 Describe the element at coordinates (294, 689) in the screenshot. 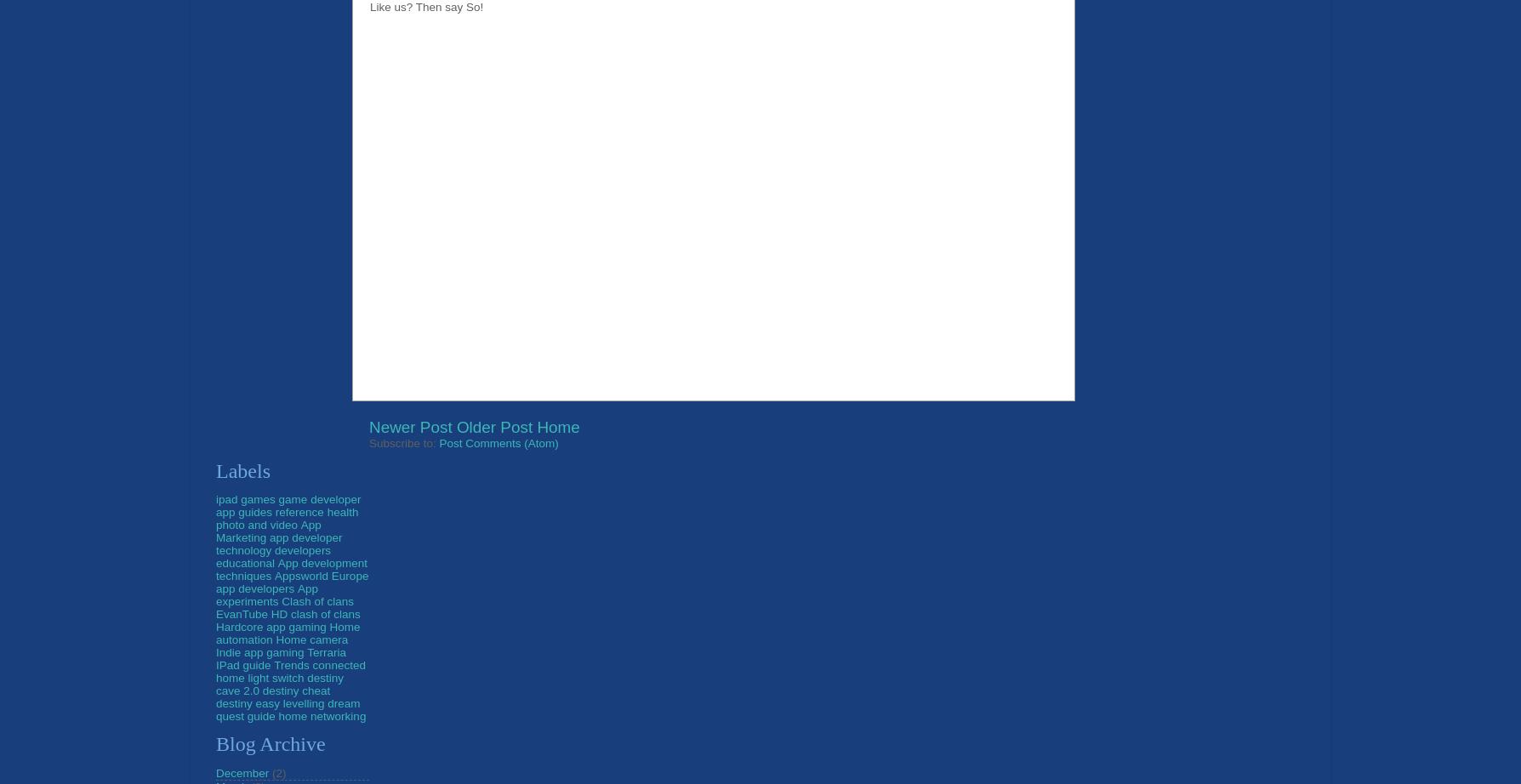

I see `'destiny cheat'` at that location.